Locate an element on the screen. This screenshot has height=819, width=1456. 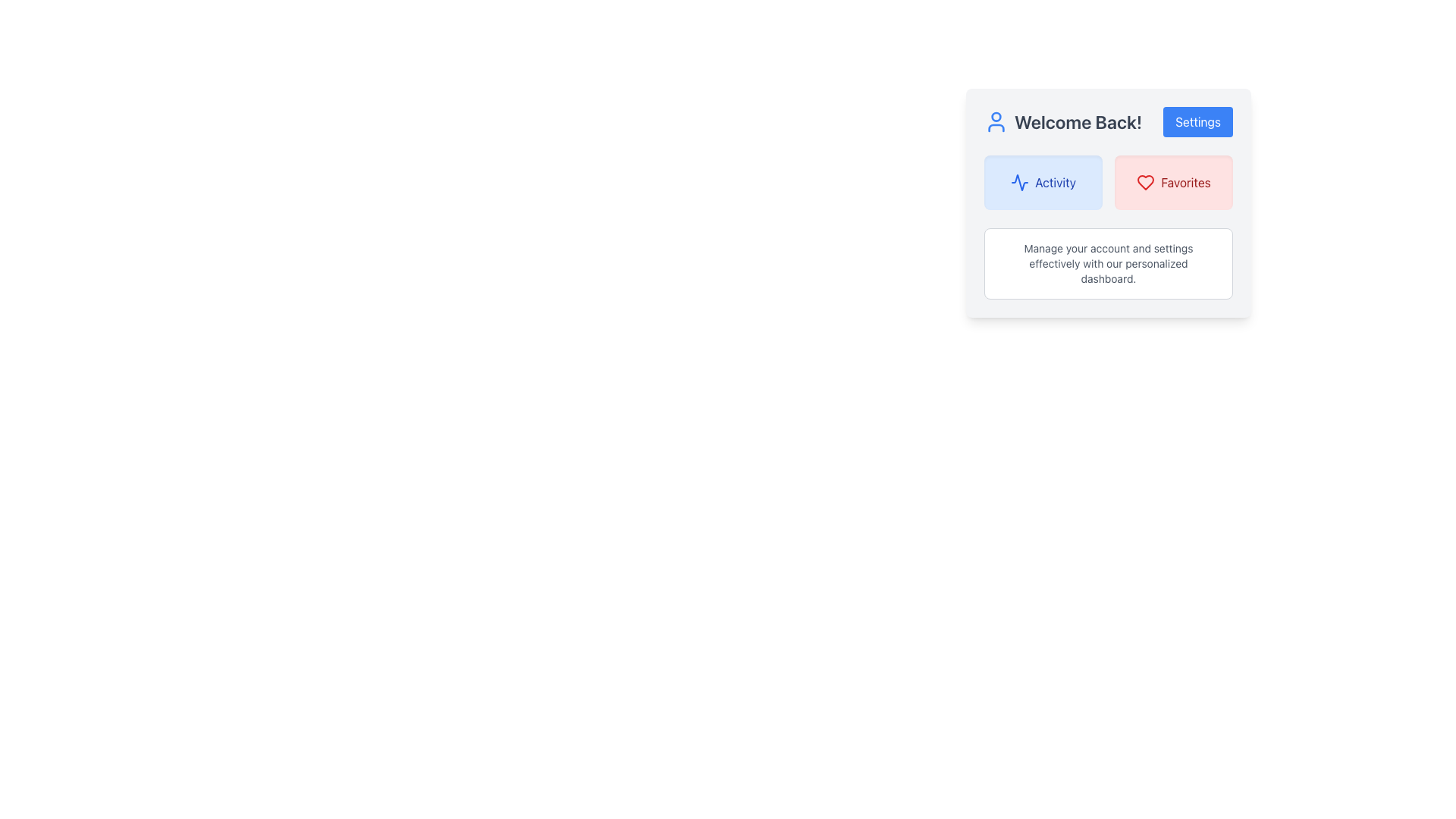
the 'Favorites' button, which is the right section of the interactive buttons group is located at coordinates (1109, 181).